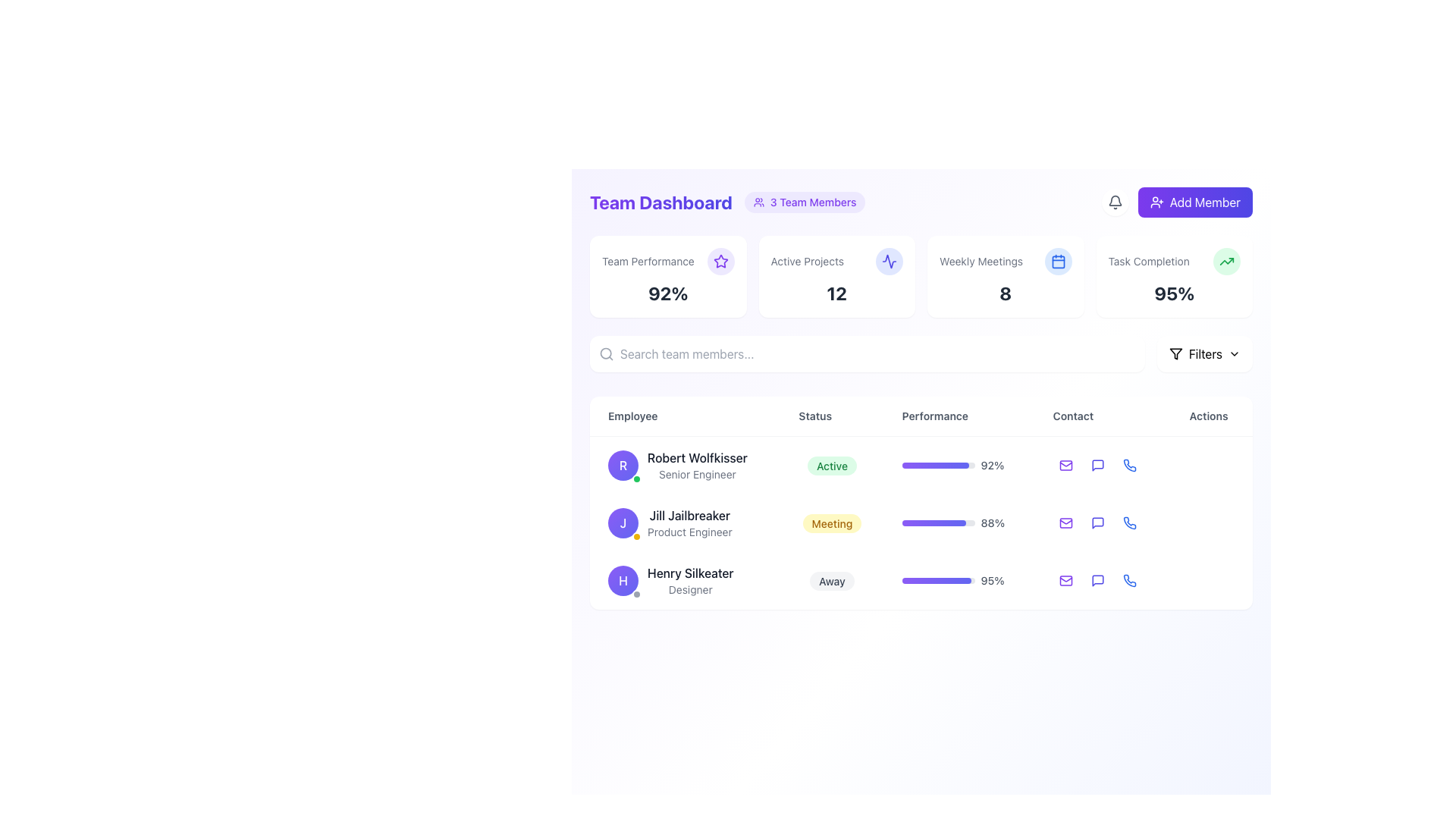 The height and width of the screenshot is (819, 1456). I want to click on the last column header of the table, which indicates action buttons or options related to the table rows, so click(1211, 416).